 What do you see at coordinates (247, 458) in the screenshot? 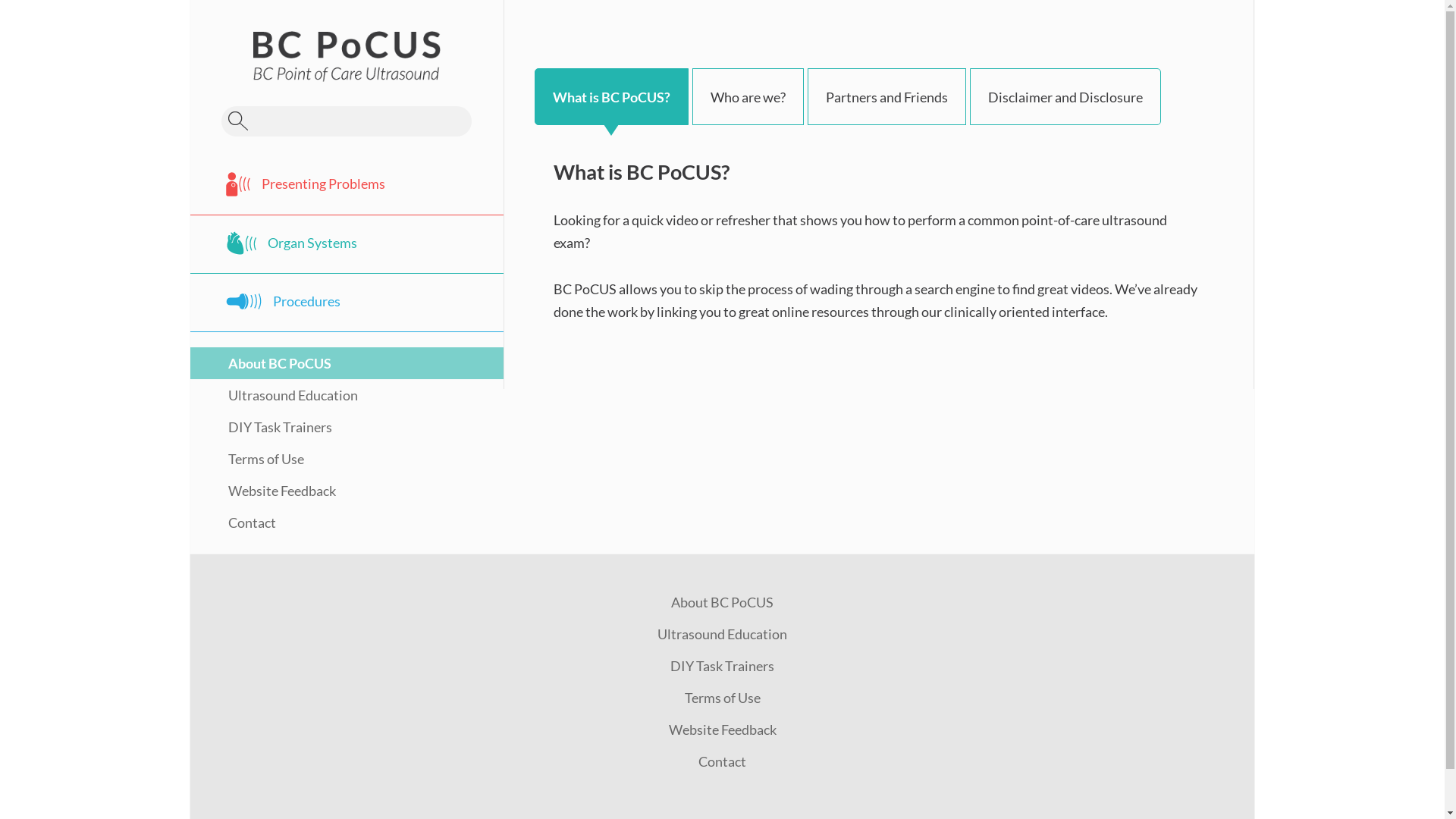
I see `'Terms of Use'` at bounding box center [247, 458].